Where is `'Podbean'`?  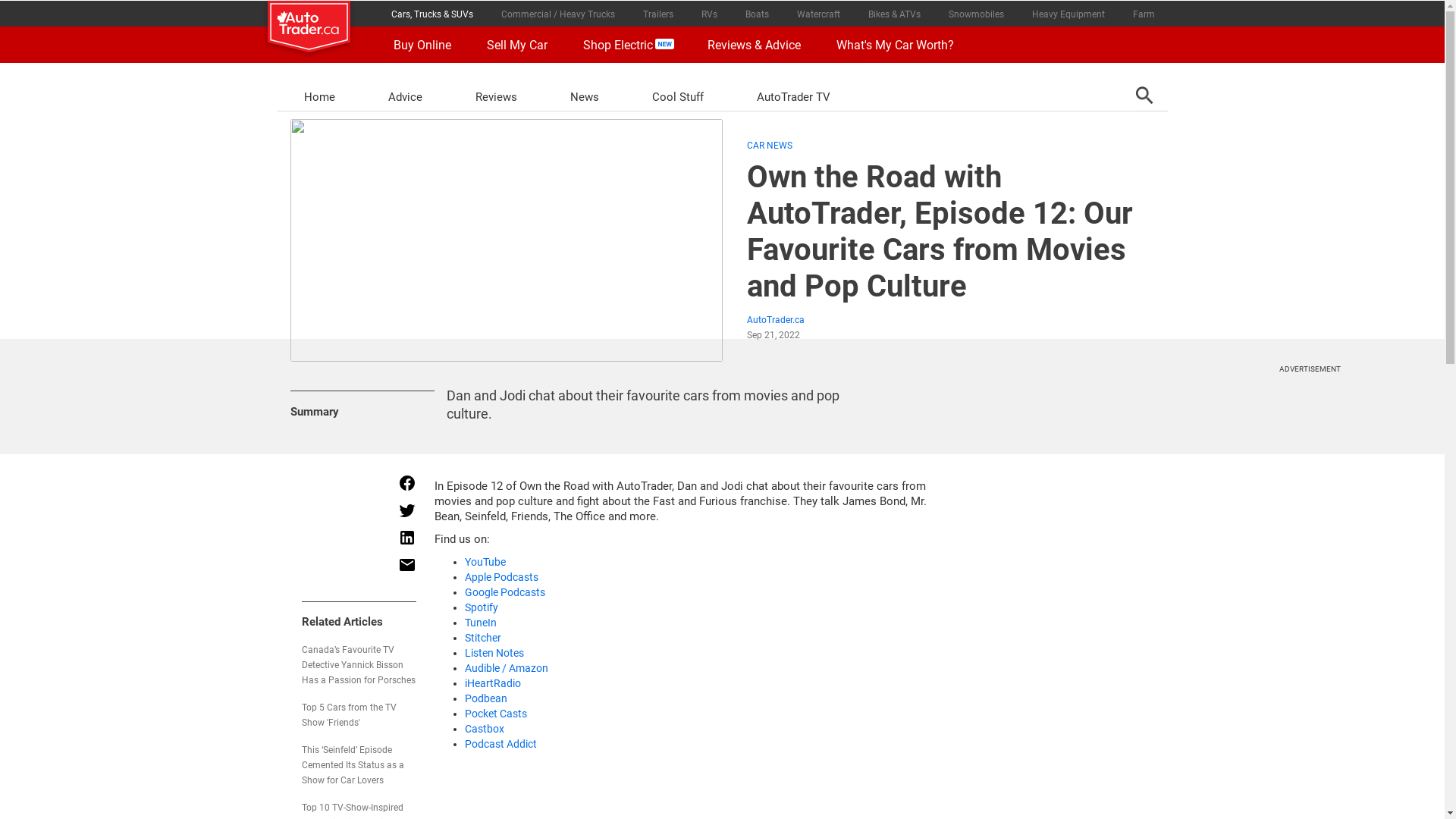
'Podbean' is located at coordinates (484, 698).